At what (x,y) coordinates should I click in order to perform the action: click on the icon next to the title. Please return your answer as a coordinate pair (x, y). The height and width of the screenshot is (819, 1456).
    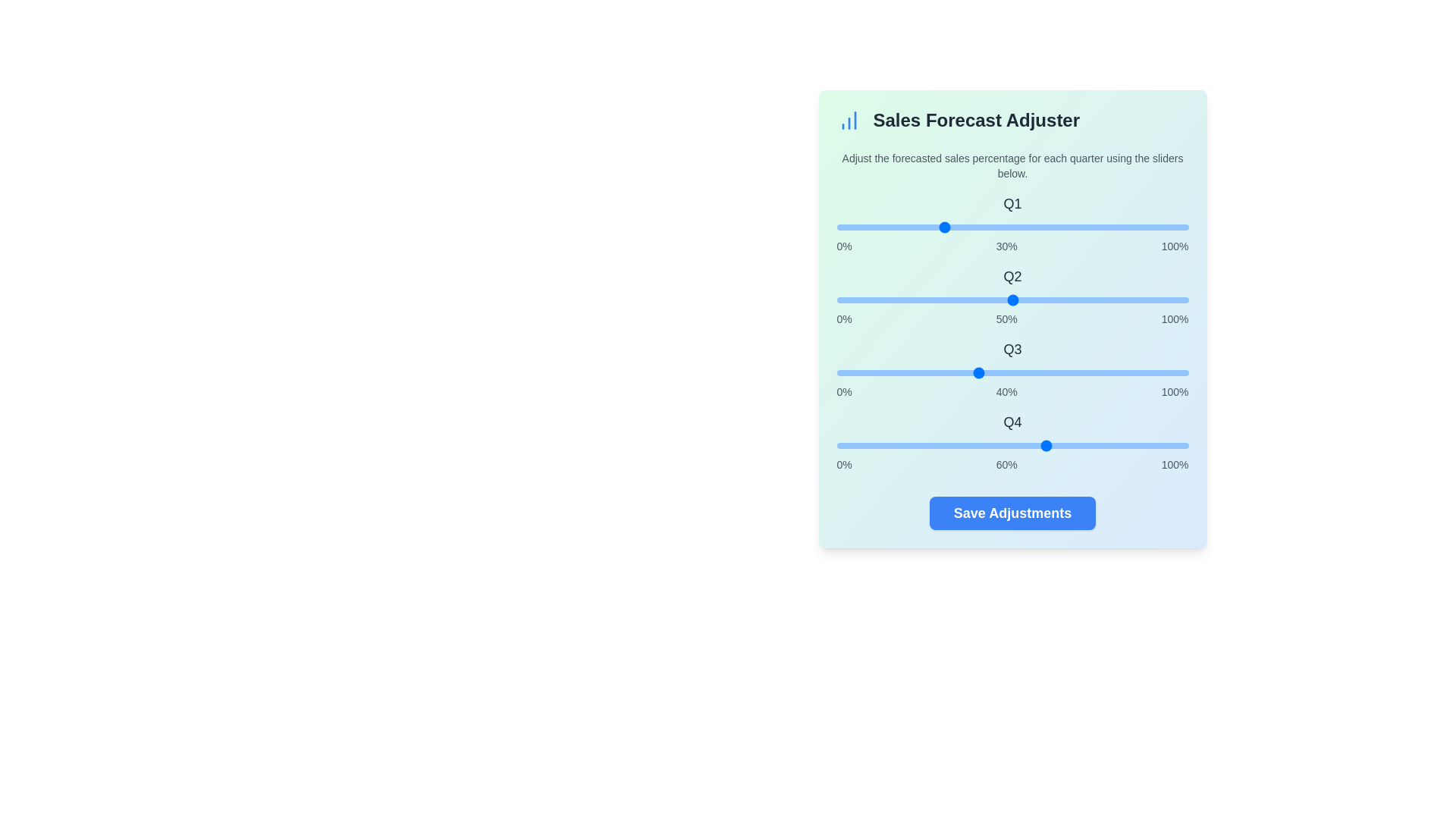
    Looking at the image, I should click on (848, 119).